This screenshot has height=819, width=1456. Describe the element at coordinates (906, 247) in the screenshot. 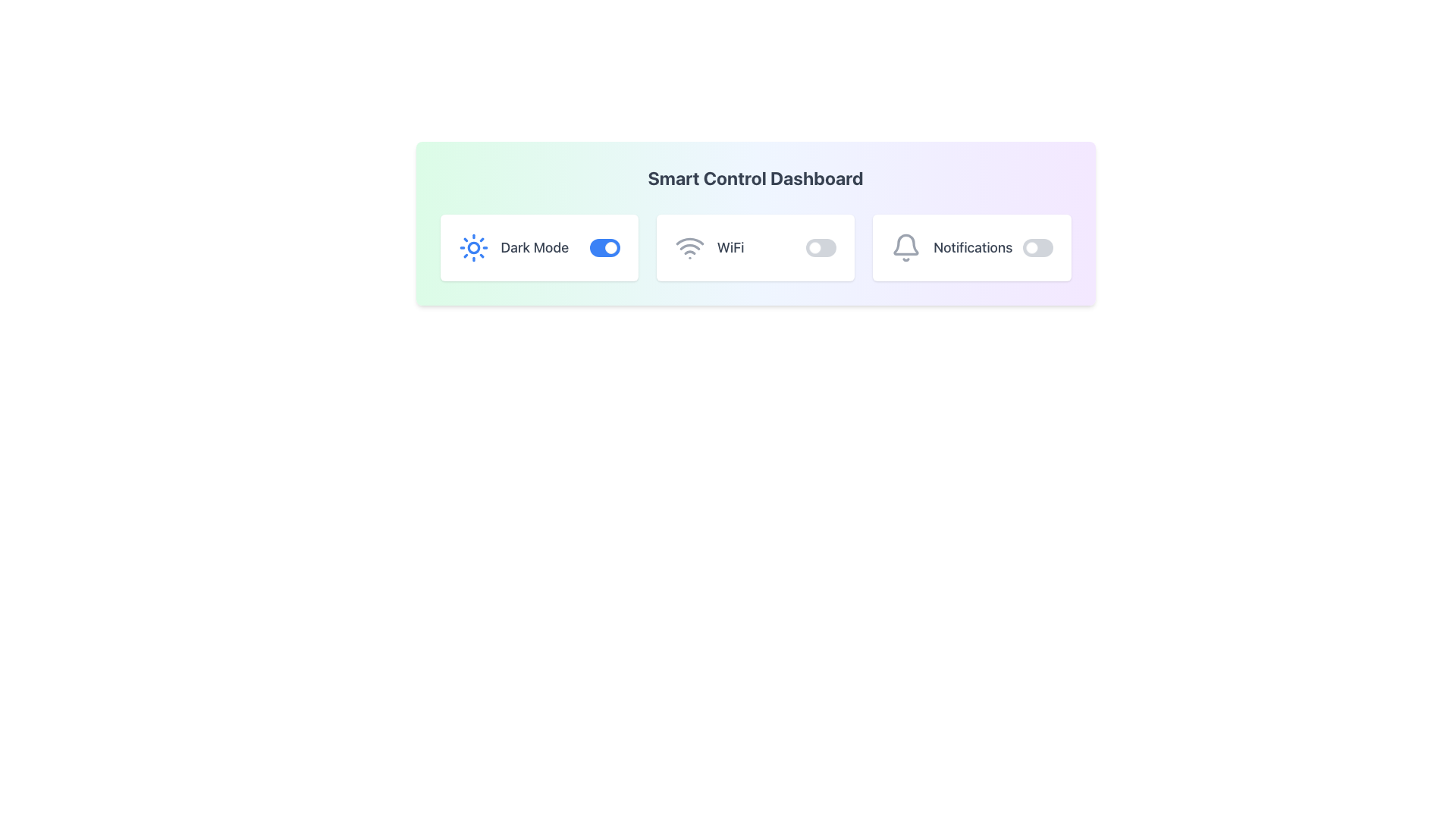

I see `the bell-shaped icon with a gray outline located within the 'Notifications' section on the right side of the dashboard interface` at that location.